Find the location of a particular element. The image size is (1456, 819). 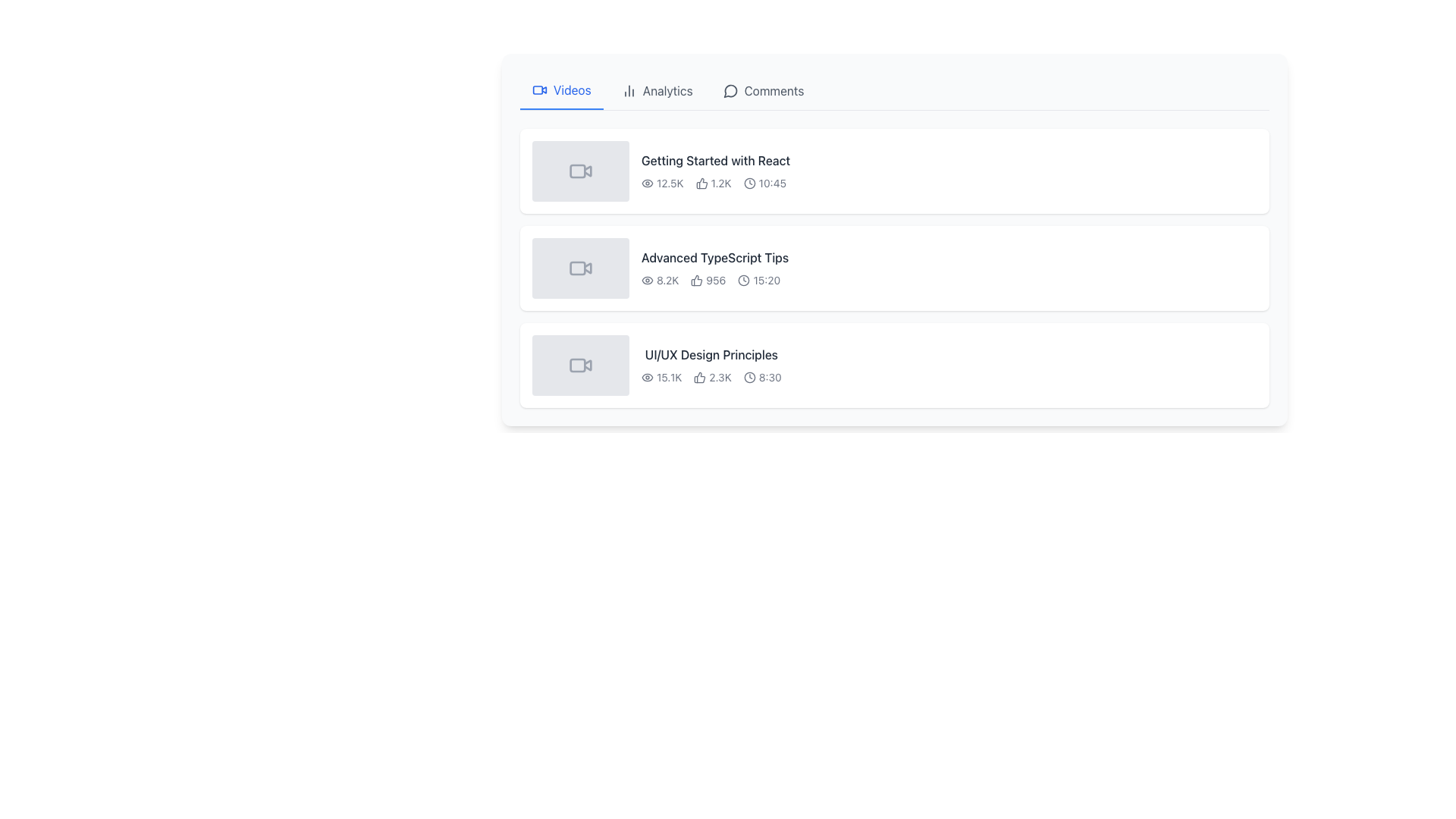

the 'UI/UX Design Principles' text and icon combination display panel, which features bold dark text and accompanying icons for views, likes, and duration, located at the bottom of the video entries in the 'Videos' tab is located at coordinates (711, 366).